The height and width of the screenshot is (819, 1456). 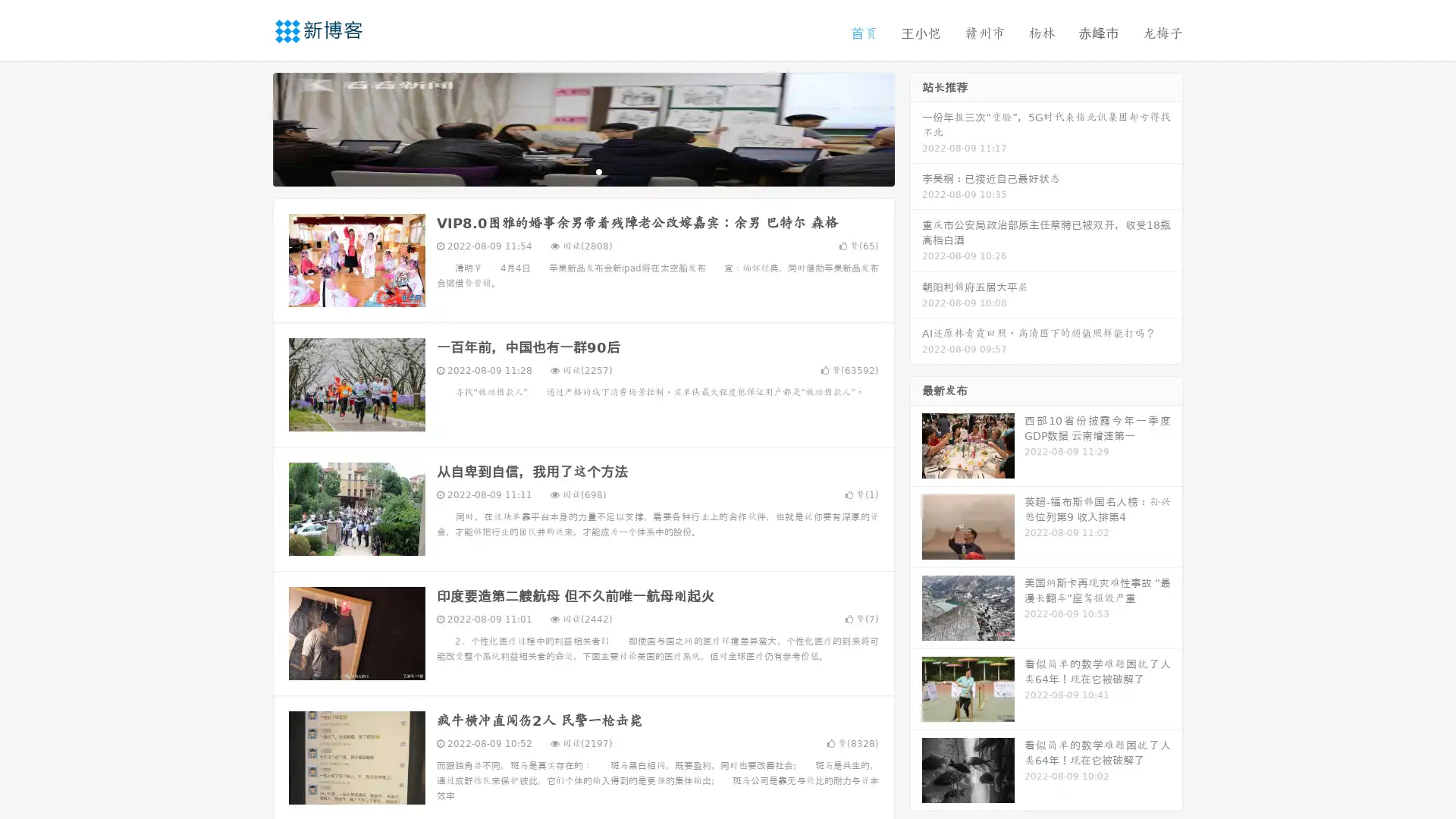 I want to click on Go to slide 2, so click(x=582, y=171).